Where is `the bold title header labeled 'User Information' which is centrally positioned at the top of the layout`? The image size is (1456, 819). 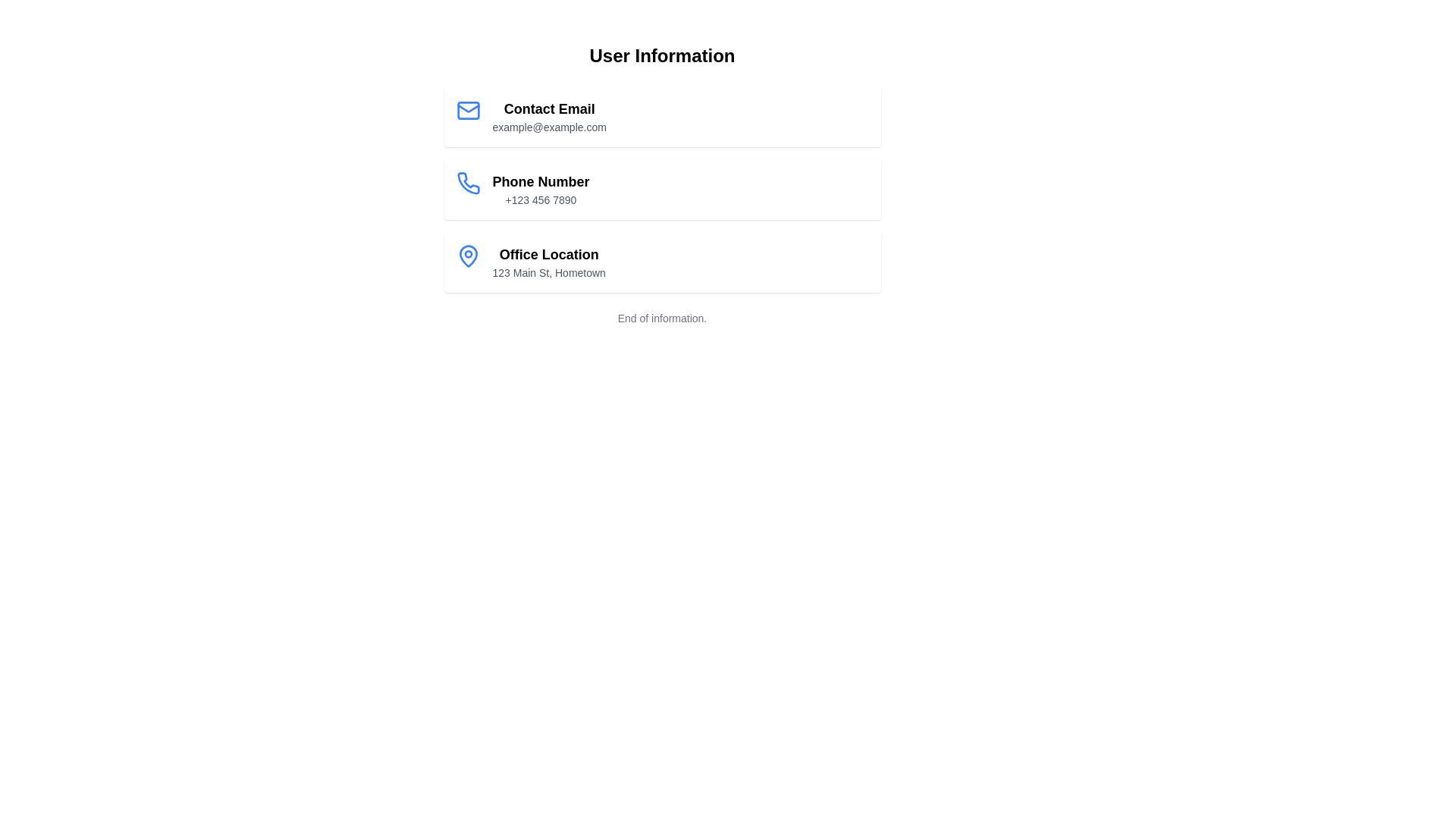
the bold title header labeled 'User Information' which is centrally positioned at the top of the layout is located at coordinates (662, 55).